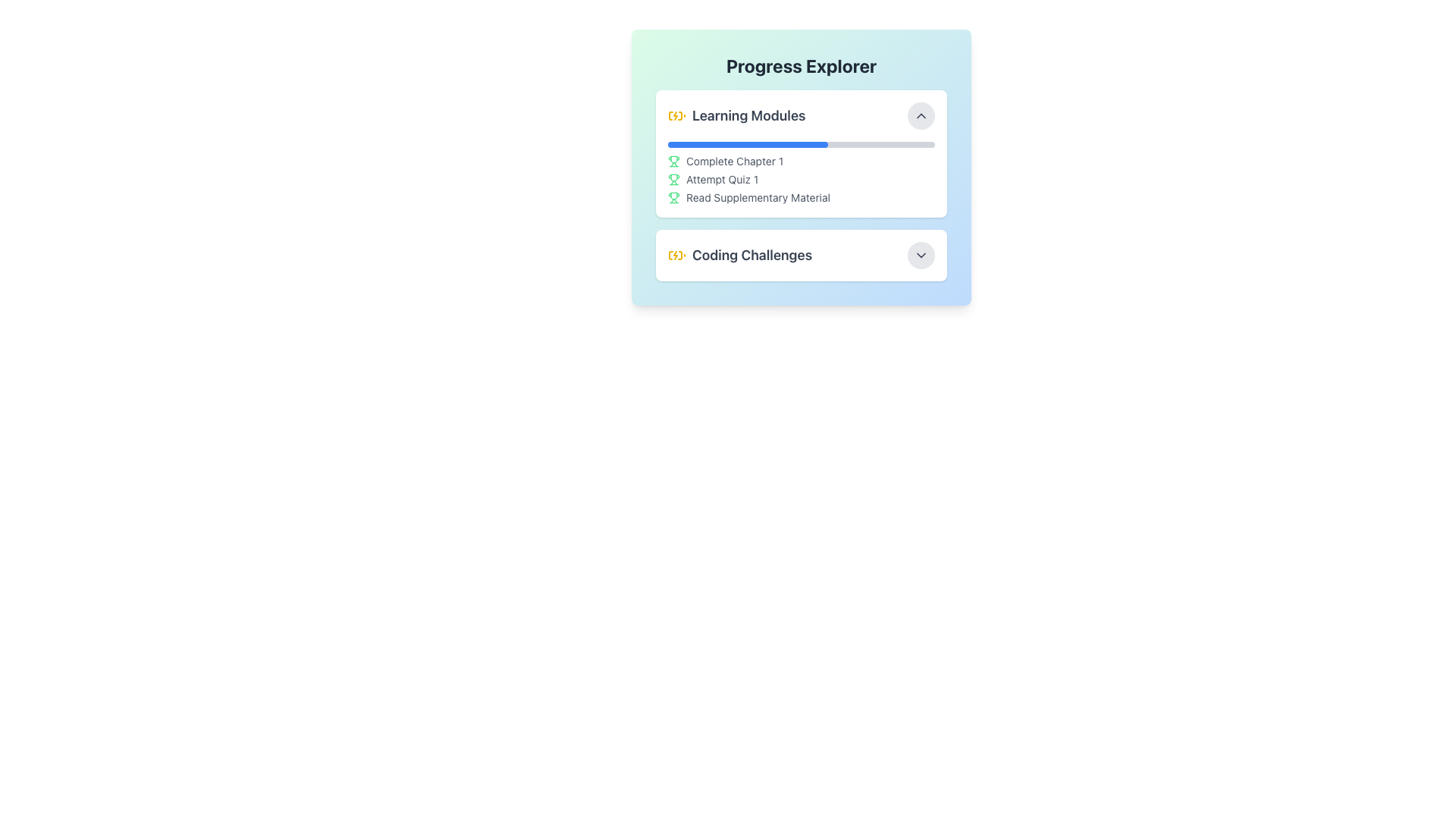 This screenshot has height=819, width=1456. I want to click on the informational label element that indicates a step or resource in a learning module, located as the third item under the 'Learning Modules' section, so click(800, 197).